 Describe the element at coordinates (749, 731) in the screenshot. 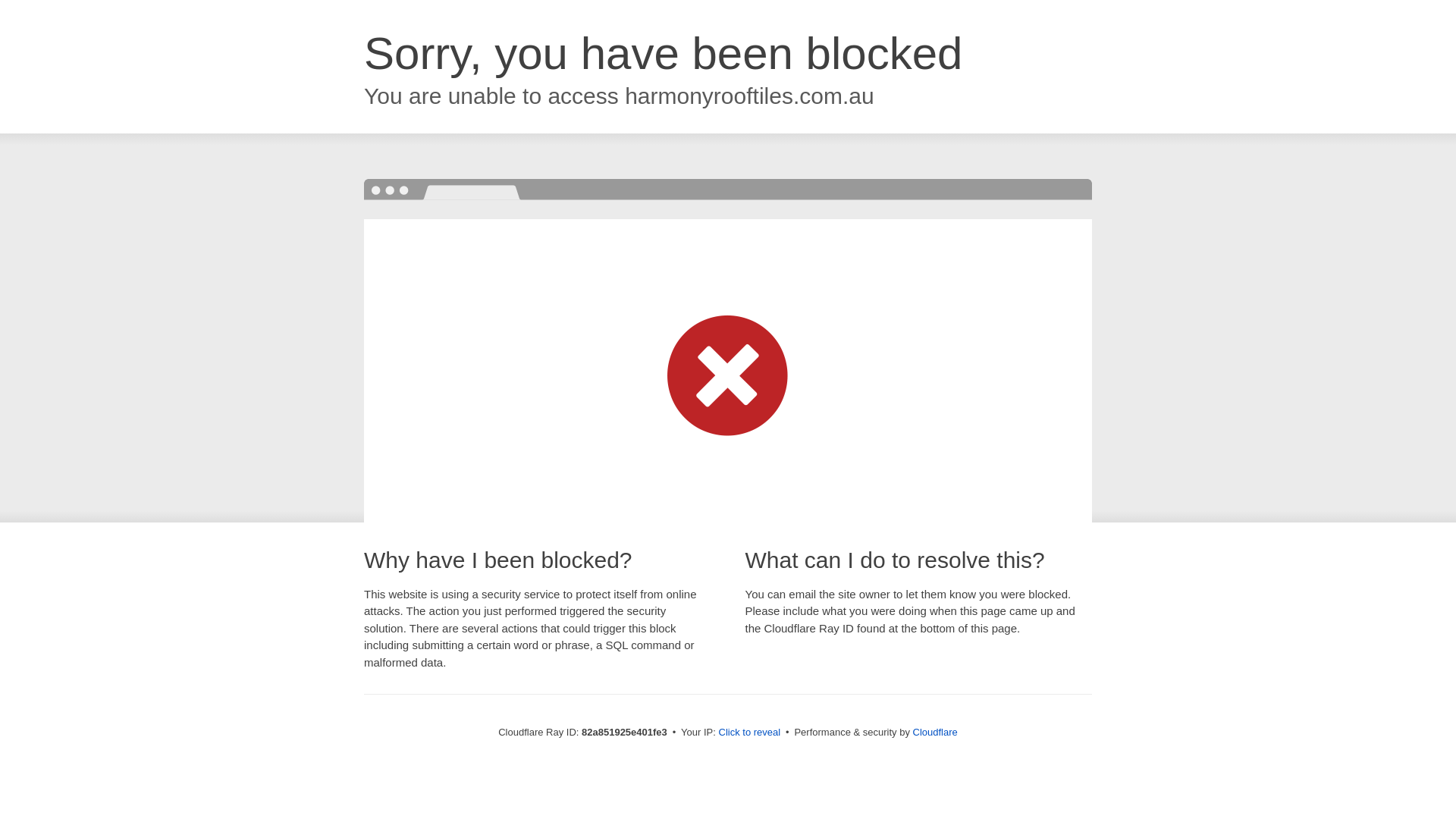

I see `'Click to reveal'` at that location.